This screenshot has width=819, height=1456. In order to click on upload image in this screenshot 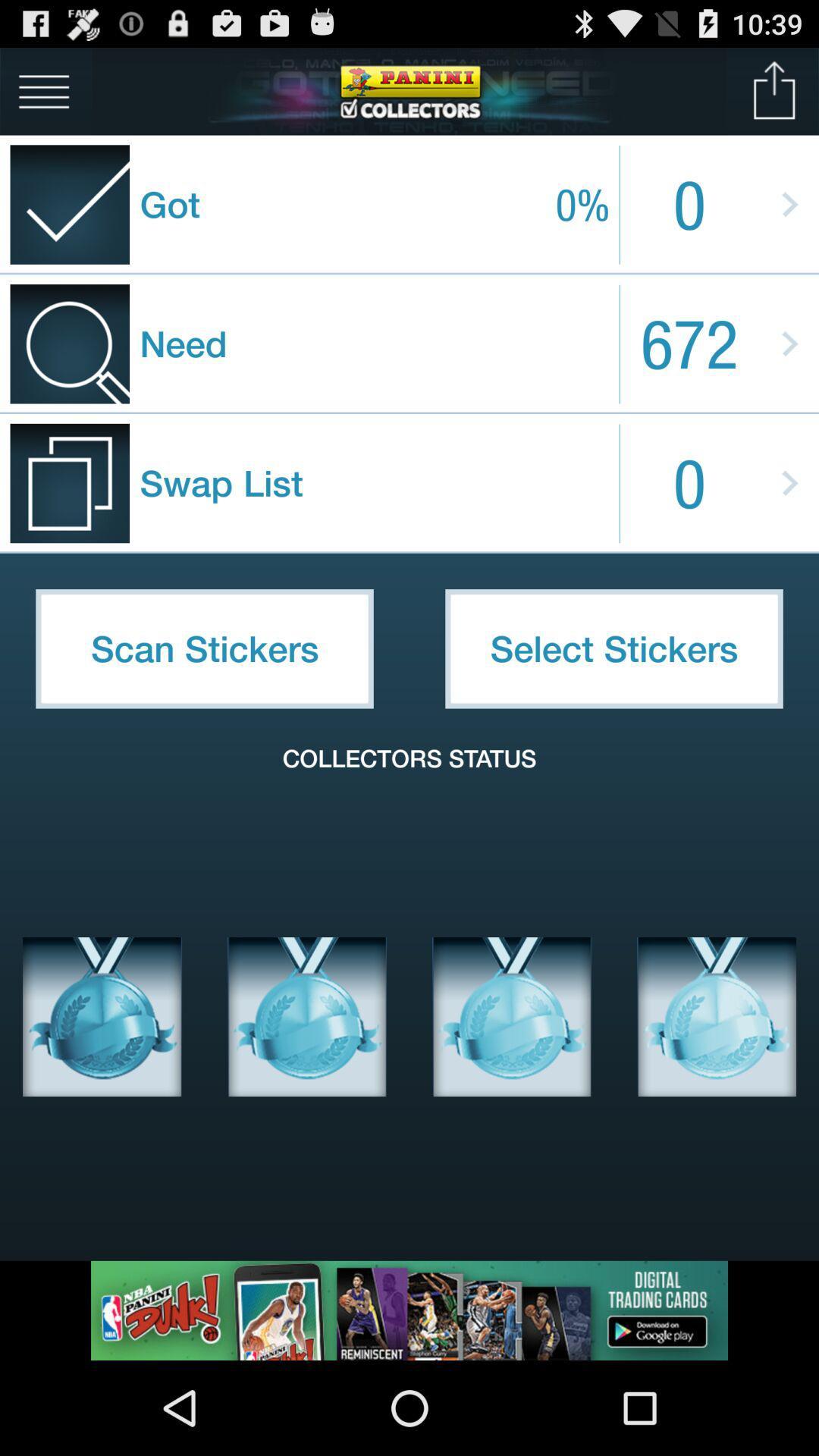, I will do `click(774, 90)`.